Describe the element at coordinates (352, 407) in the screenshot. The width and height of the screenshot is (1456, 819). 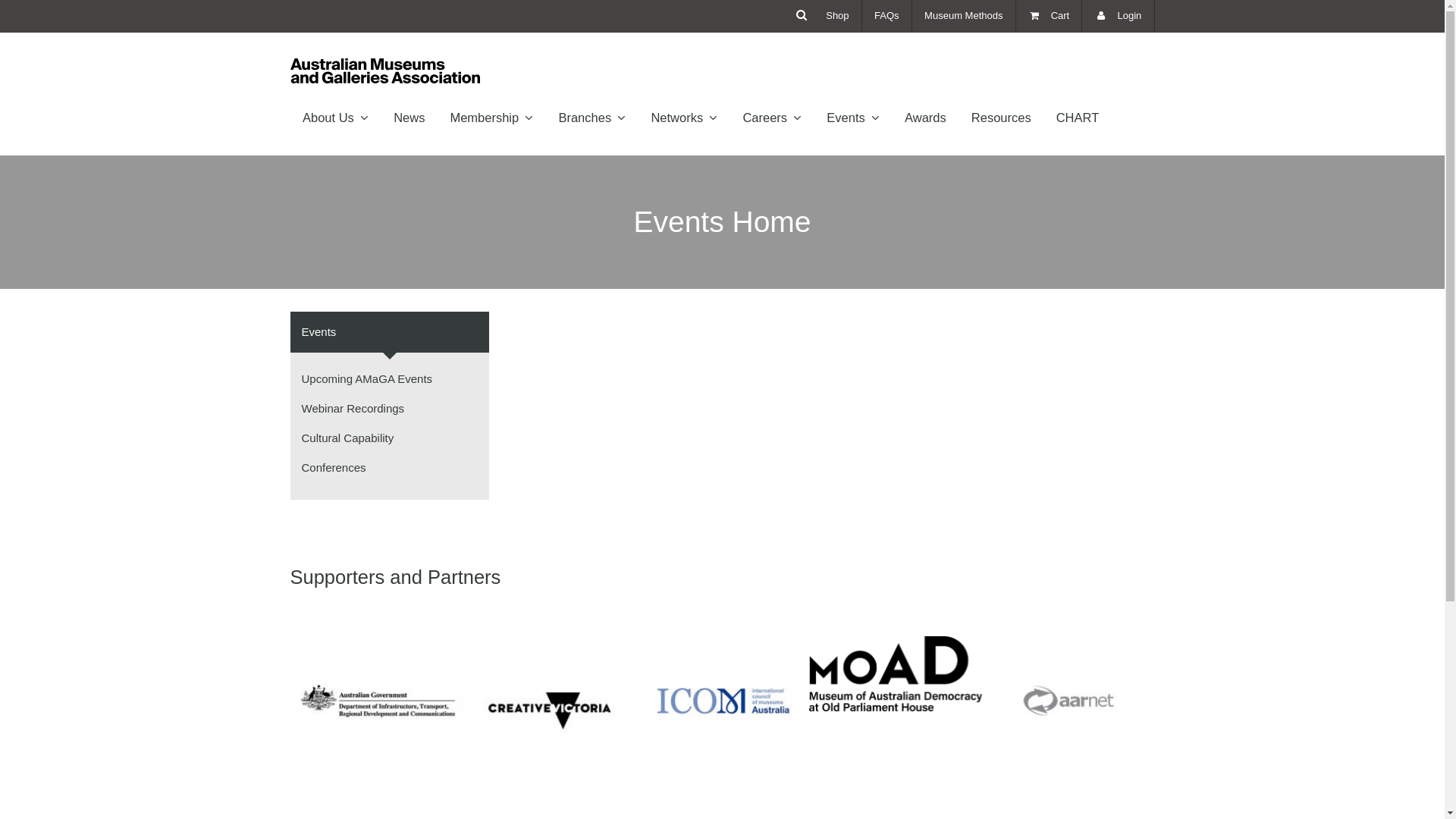
I see `'Webinar Recordings'` at that location.